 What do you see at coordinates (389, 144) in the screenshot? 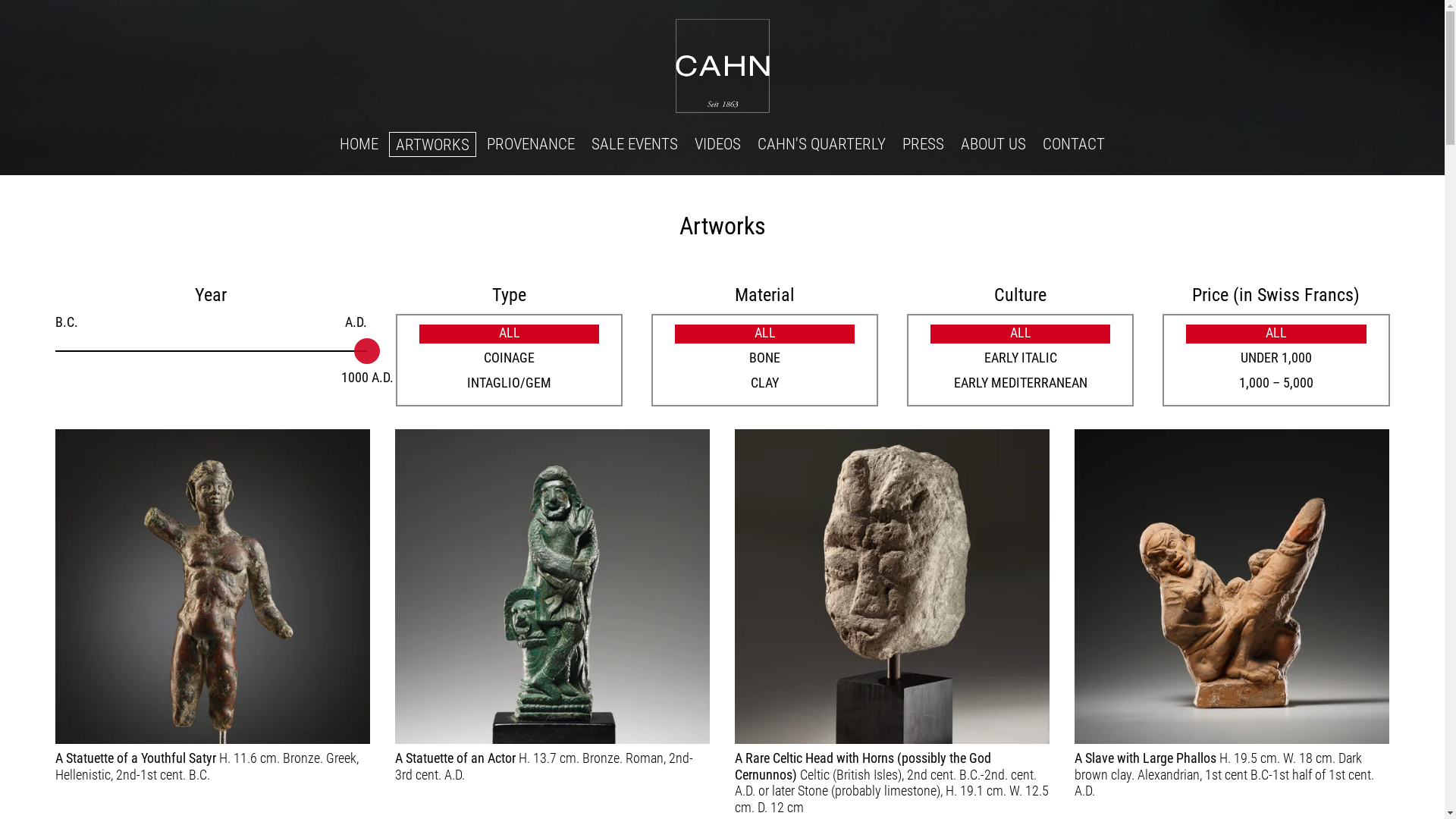
I see `'ARTWORKS'` at bounding box center [389, 144].